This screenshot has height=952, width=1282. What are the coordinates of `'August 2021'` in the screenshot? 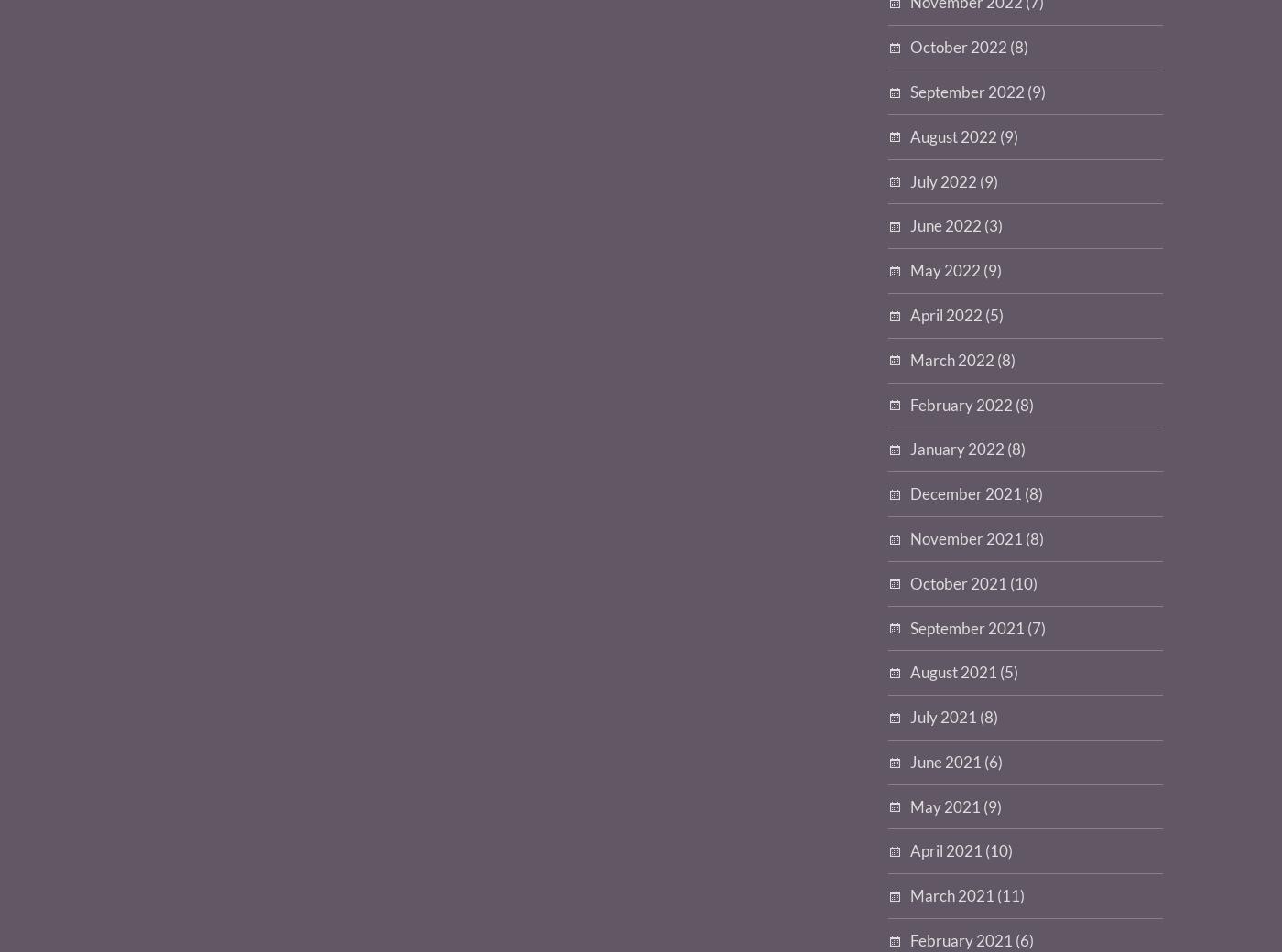 It's located at (953, 672).